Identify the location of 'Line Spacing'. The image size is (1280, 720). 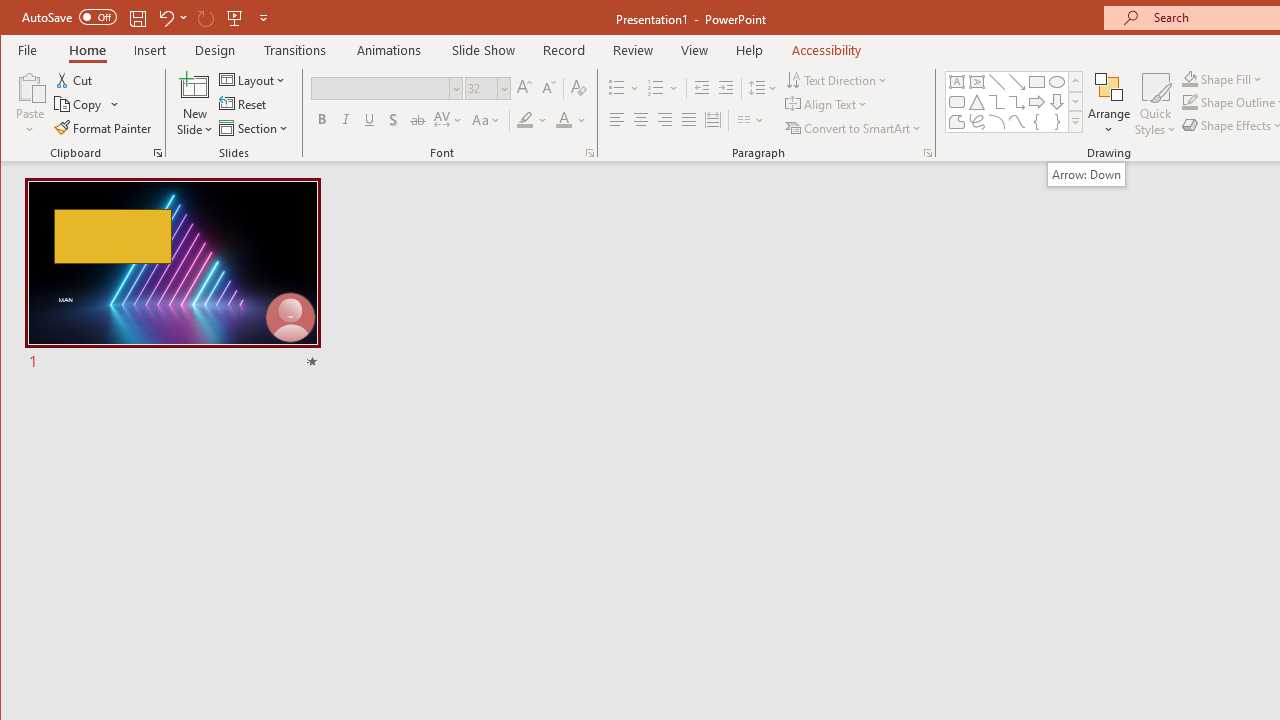
(763, 87).